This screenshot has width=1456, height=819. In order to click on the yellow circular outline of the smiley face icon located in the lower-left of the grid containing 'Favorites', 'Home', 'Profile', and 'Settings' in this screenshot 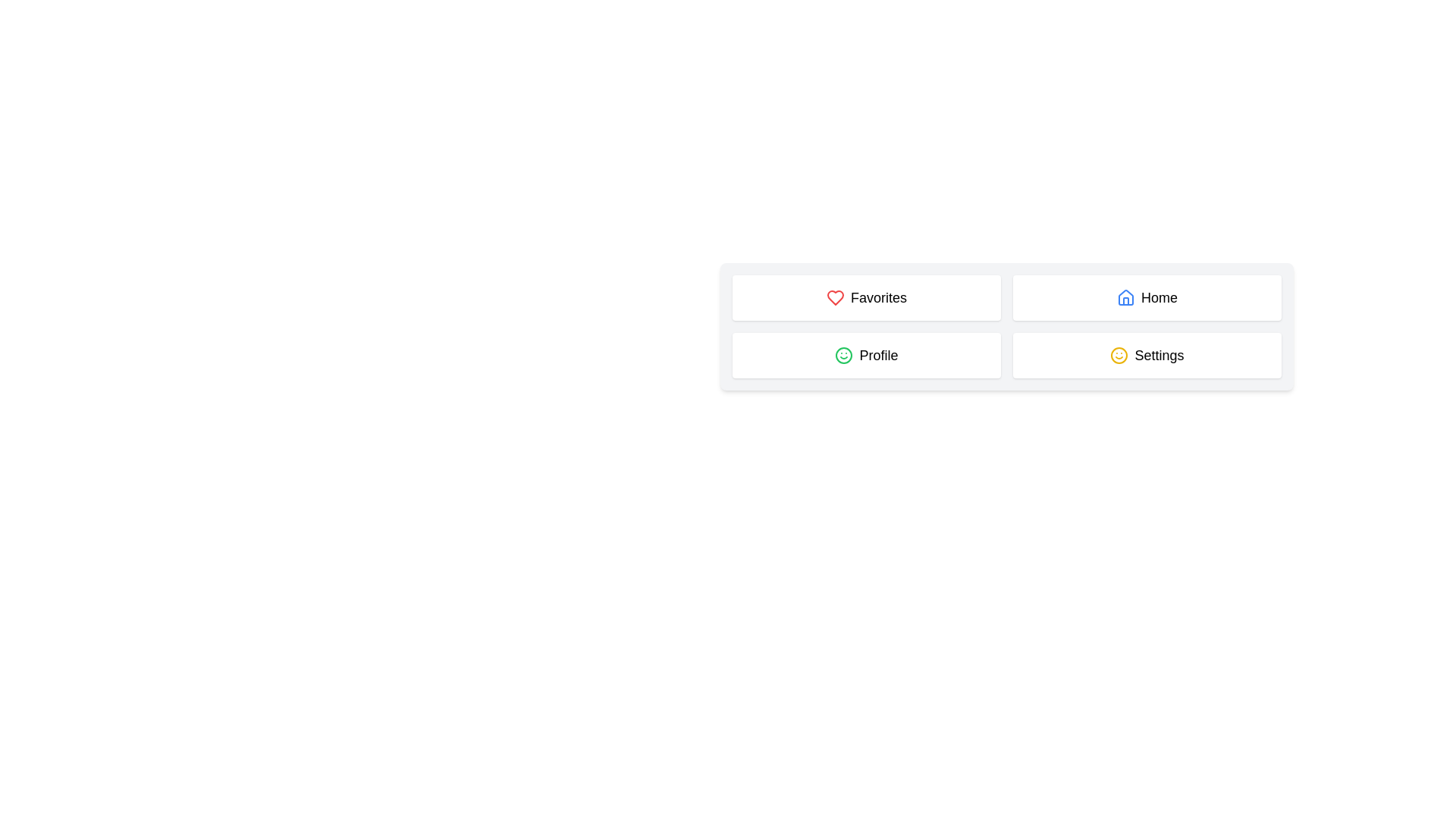, I will do `click(1119, 356)`.